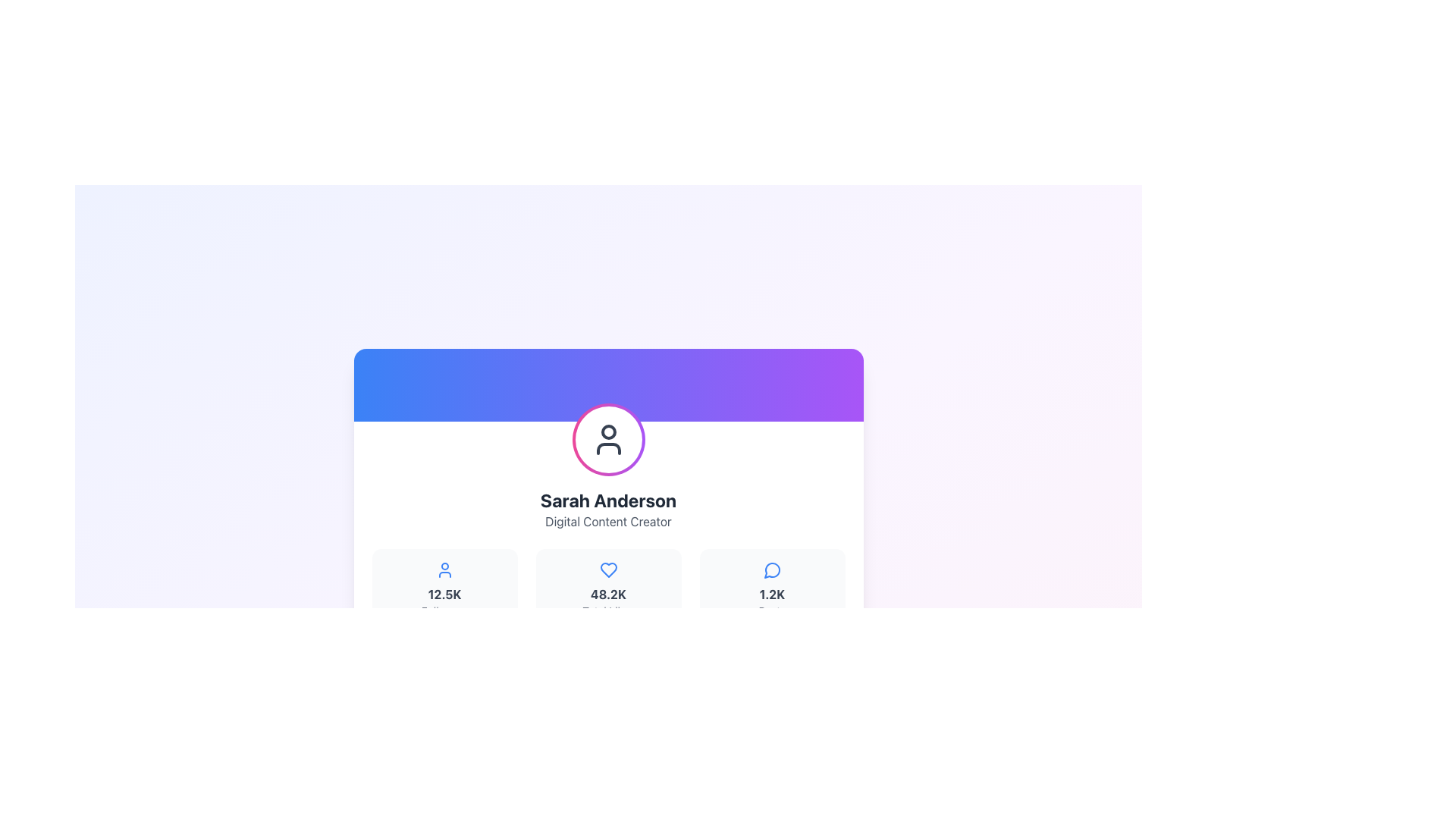 This screenshot has height=819, width=1456. What do you see at coordinates (608, 520) in the screenshot?
I see `text content of the Text label indicating the role or profession of the profile being viewed, which is located directly below 'Sarah Anderson'` at bounding box center [608, 520].